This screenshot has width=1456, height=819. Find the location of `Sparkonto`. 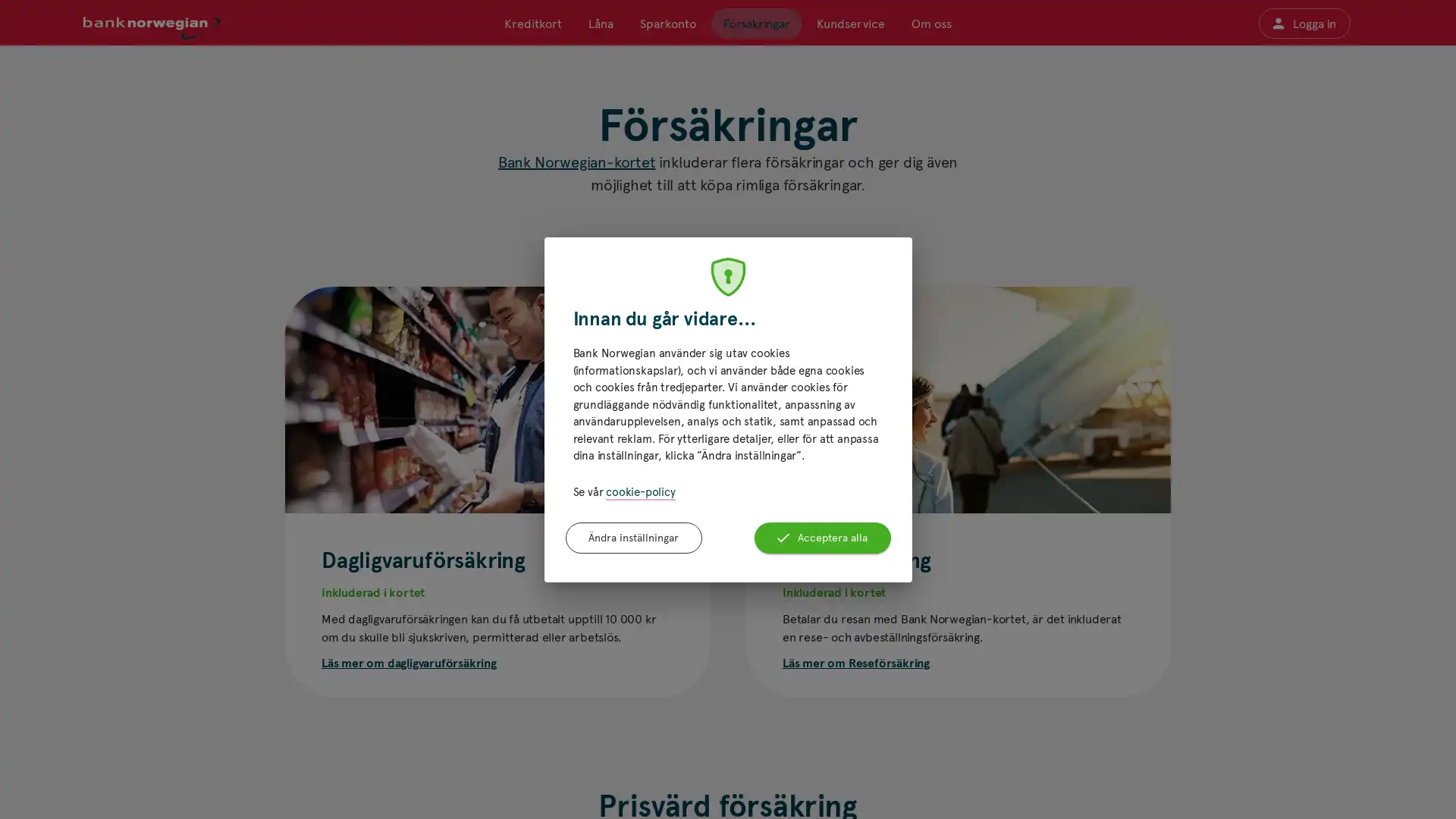

Sparkonto is located at coordinates (667, 23).